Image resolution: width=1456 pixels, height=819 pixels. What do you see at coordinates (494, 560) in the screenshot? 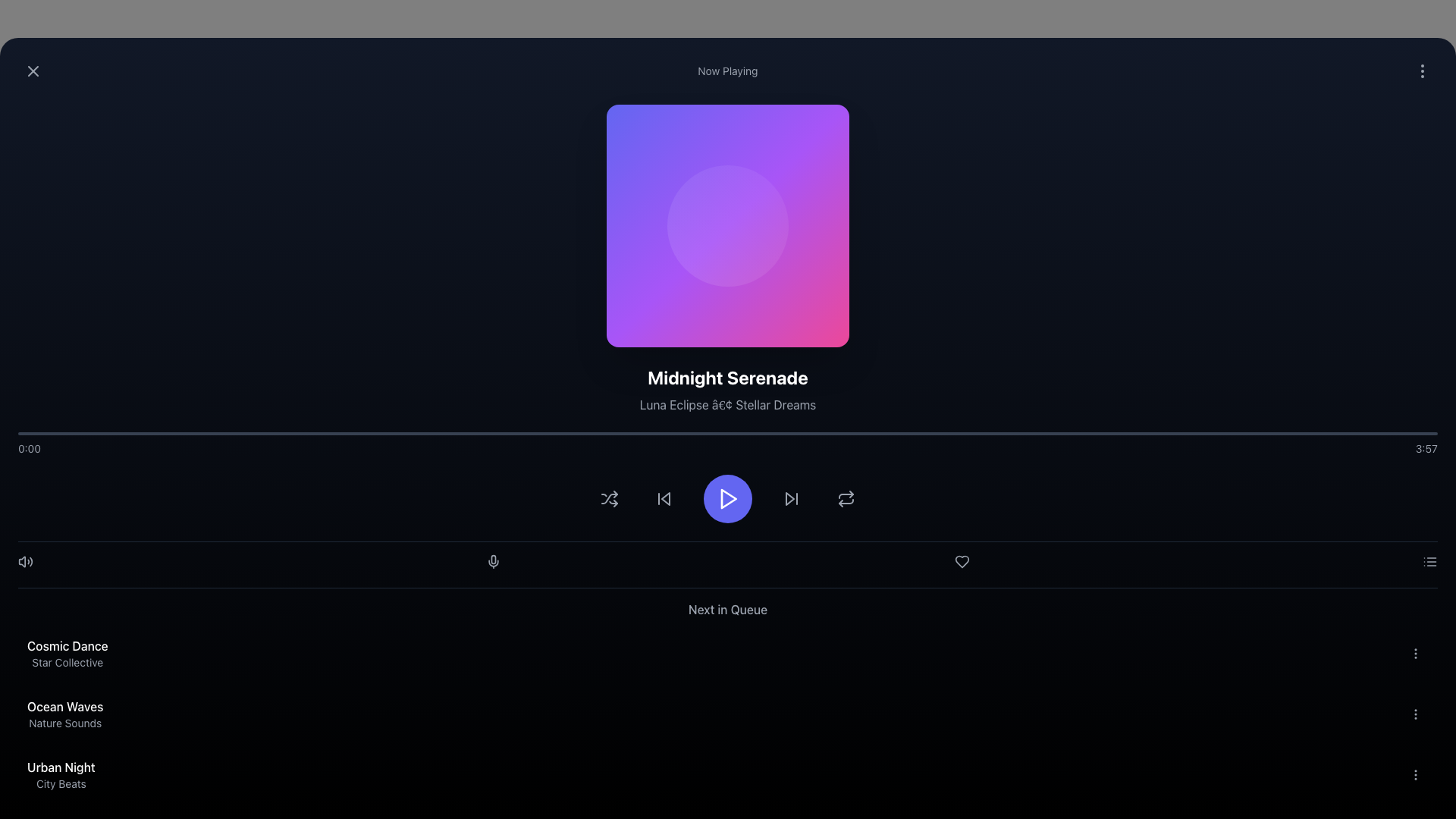
I see `the microphone icon located in the bottom control bar, positioned between the volume indicator and the 'like' icon` at bounding box center [494, 560].